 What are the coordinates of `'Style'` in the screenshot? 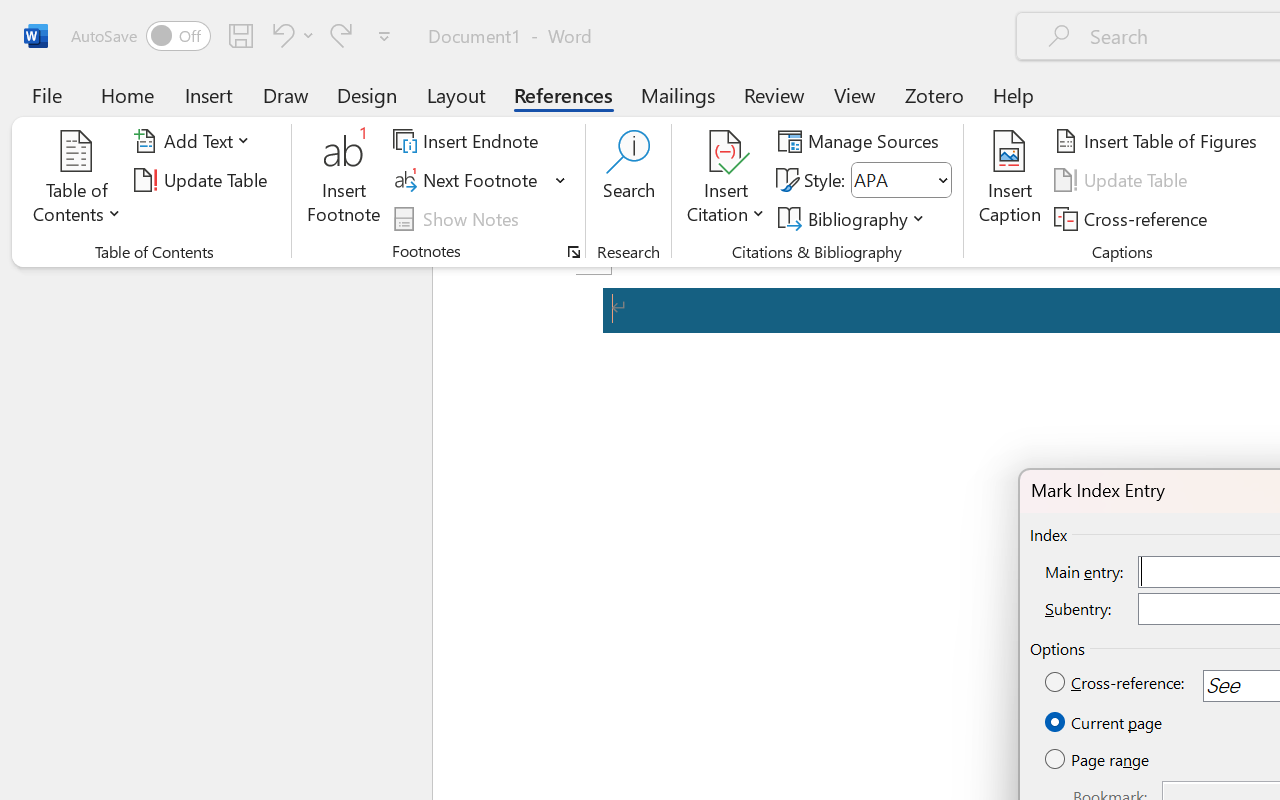 It's located at (891, 178).